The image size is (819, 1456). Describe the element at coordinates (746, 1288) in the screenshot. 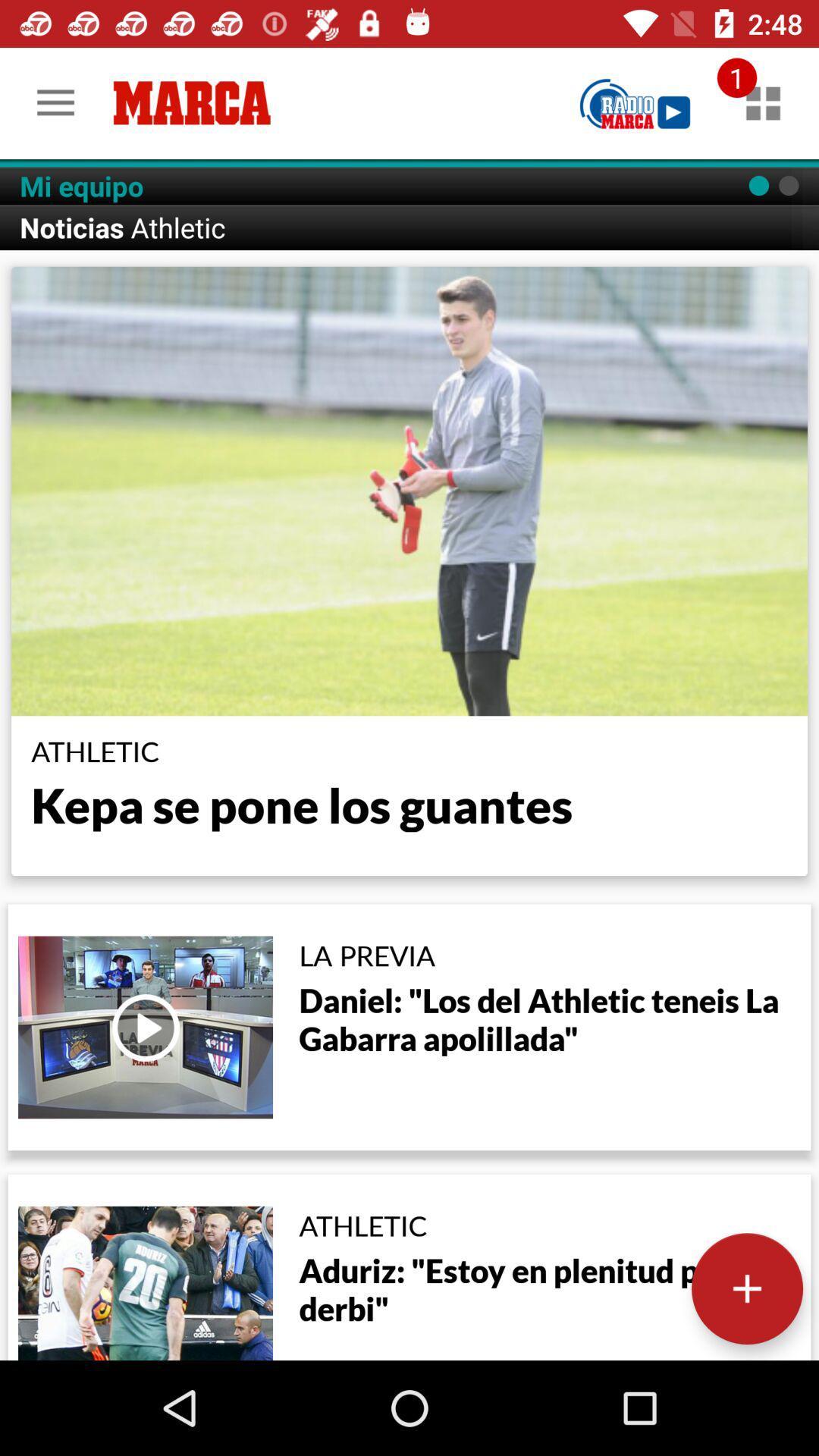

I see `more` at that location.